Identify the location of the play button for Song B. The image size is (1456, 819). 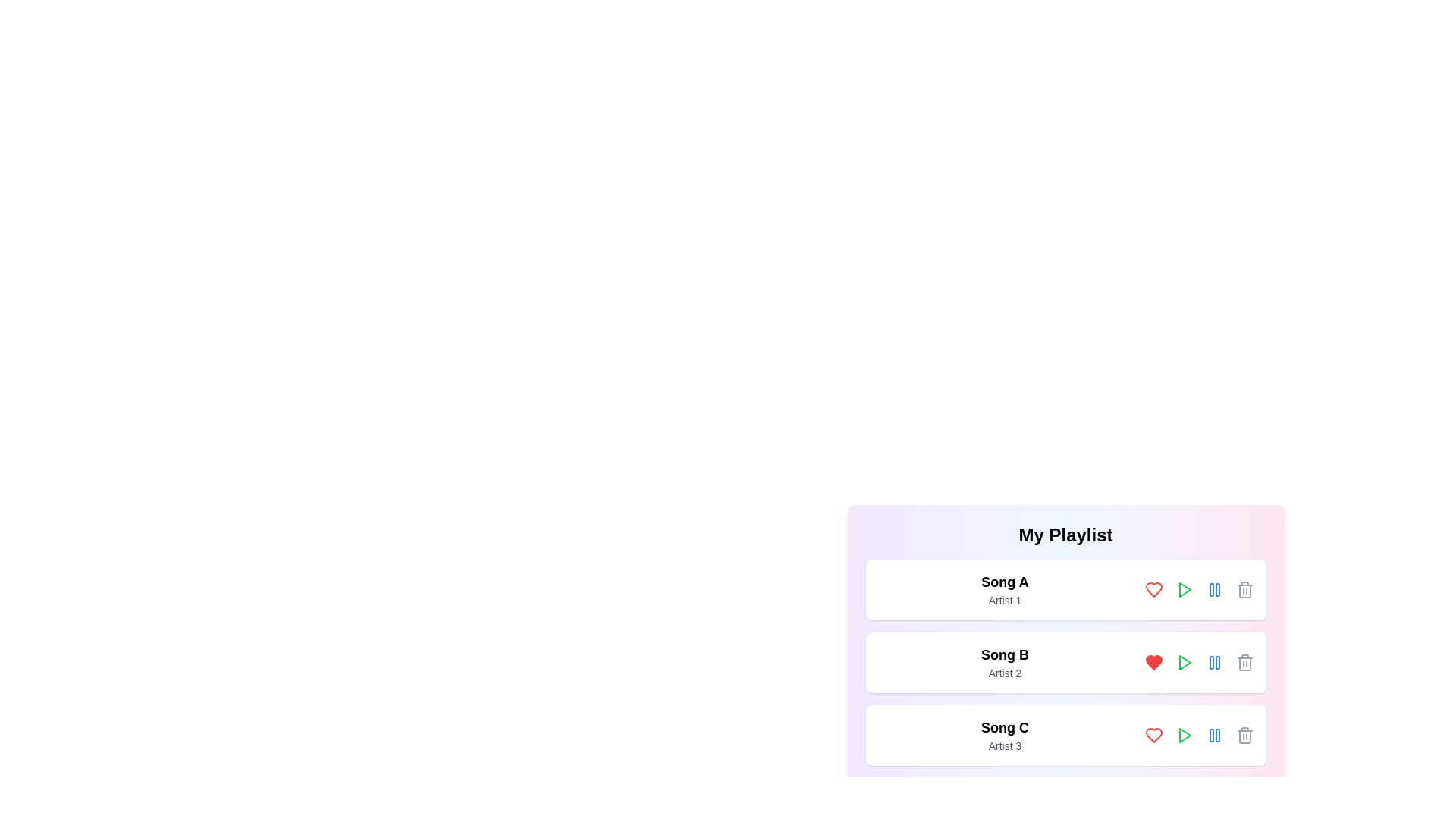
(1183, 662).